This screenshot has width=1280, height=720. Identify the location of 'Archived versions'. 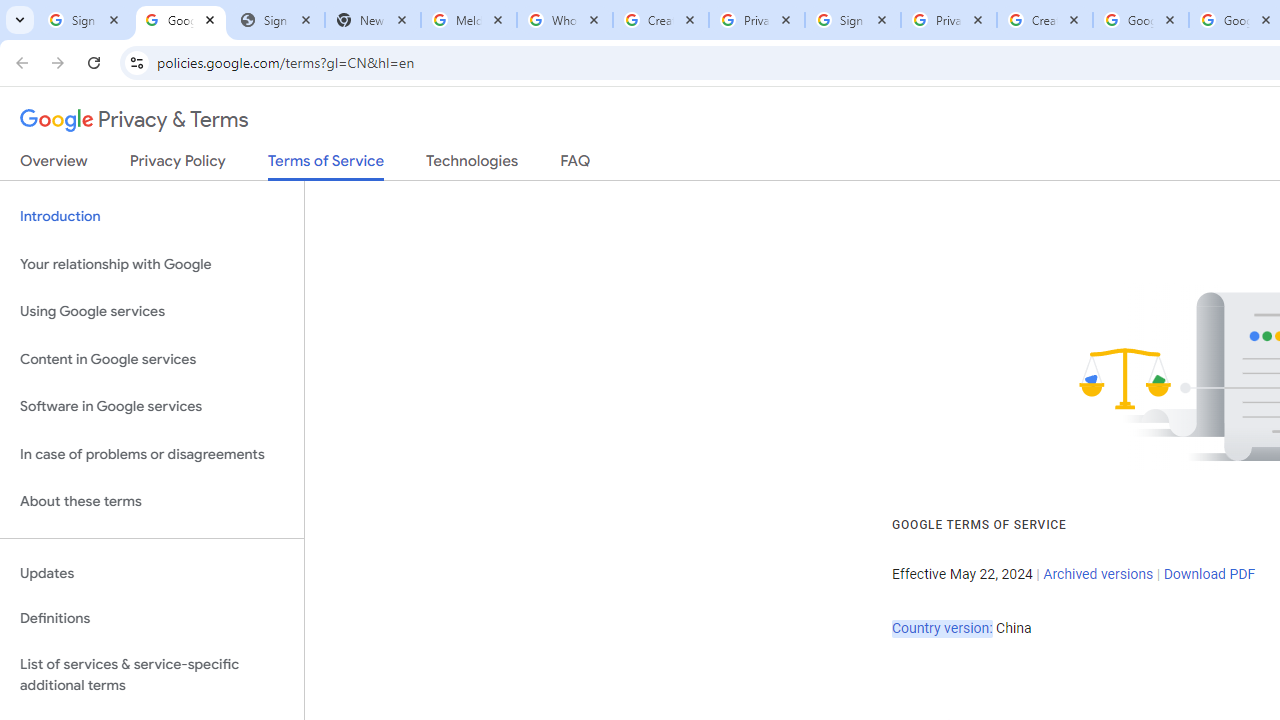
(1097, 574).